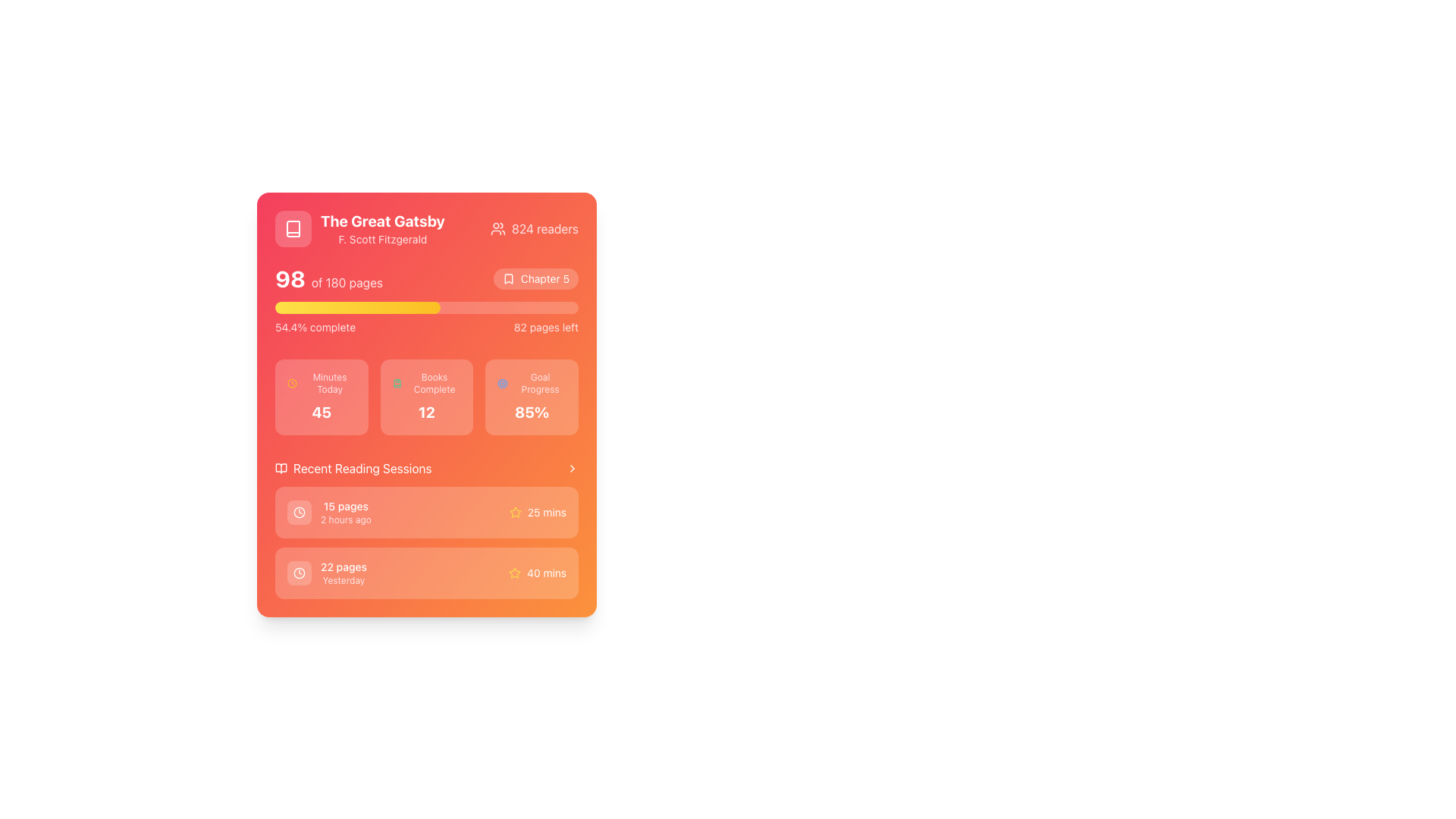 The width and height of the screenshot is (1456, 819). What do you see at coordinates (343, 580) in the screenshot?
I see `static text label that indicates the timestamp information, which suggests the activity occurred 'Yesterday', located below the '22 pages' label in the Recent Reading Sessions card` at bounding box center [343, 580].